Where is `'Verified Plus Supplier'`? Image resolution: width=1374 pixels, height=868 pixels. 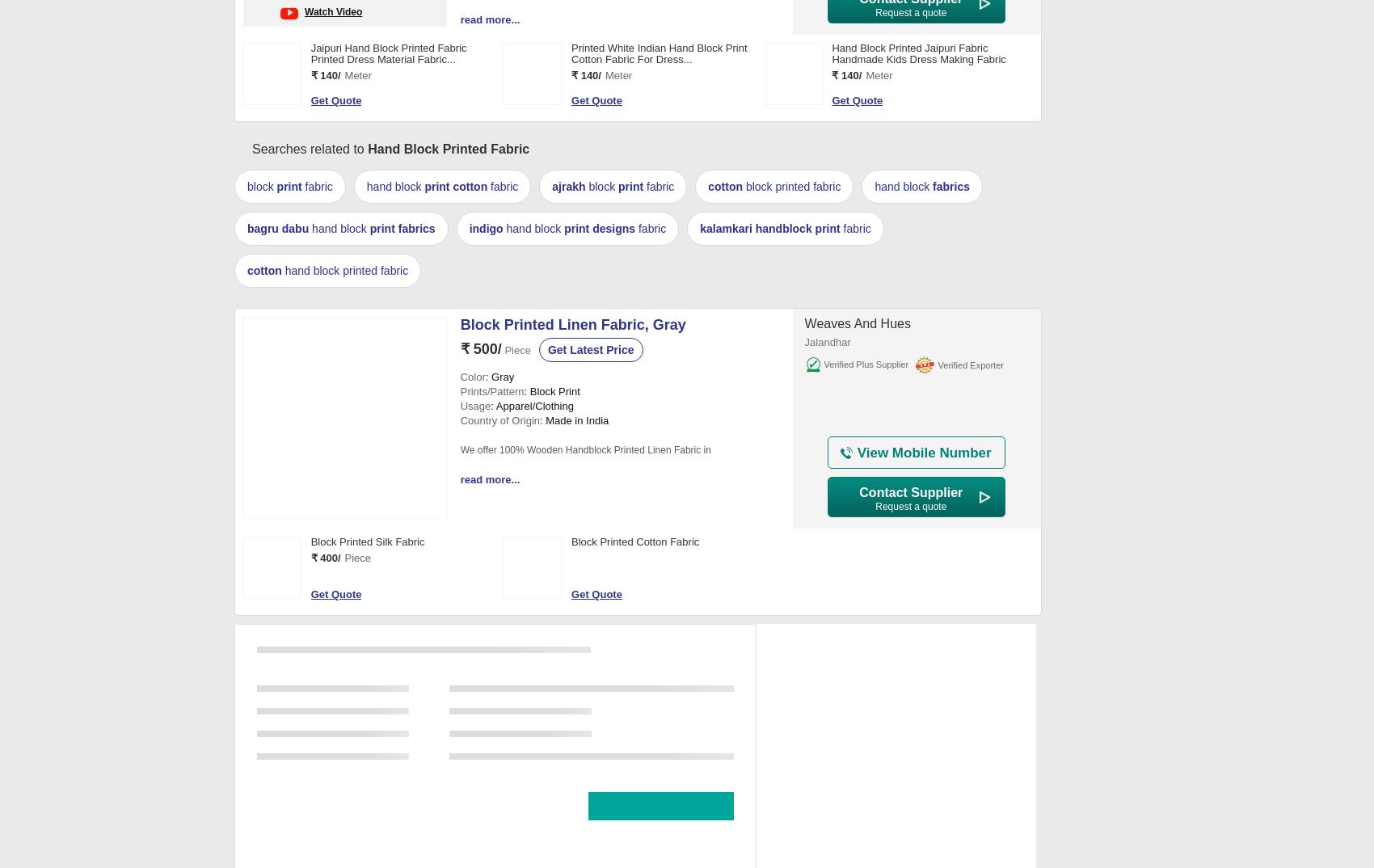
'Verified Plus Supplier' is located at coordinates (866, 363).